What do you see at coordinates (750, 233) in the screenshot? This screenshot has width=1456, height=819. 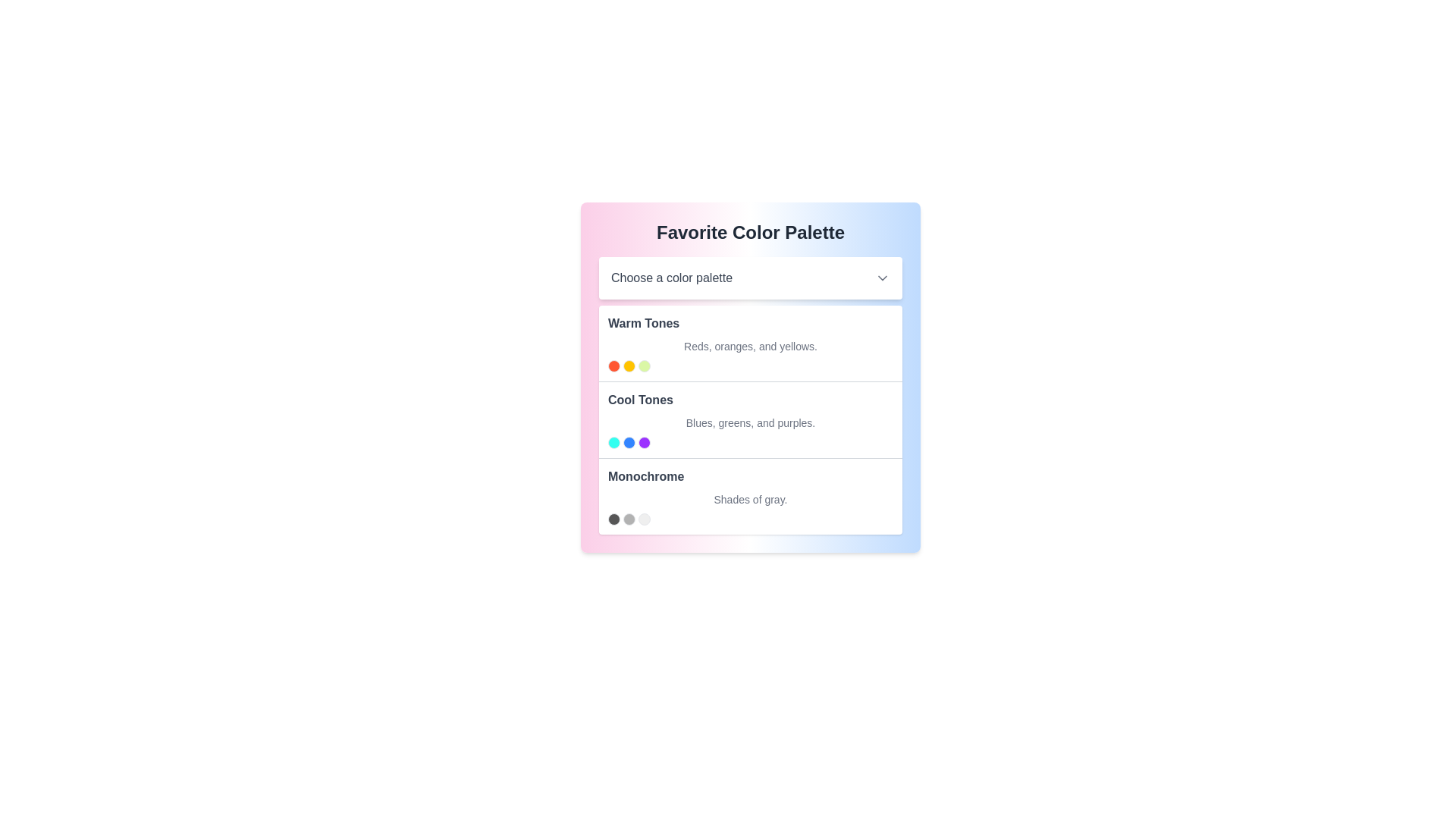 I see `the text label that serves as a heading for the section related to selecting color palettes to potentially display additional information if tooltips are supported` at bounding box center [750, 233].